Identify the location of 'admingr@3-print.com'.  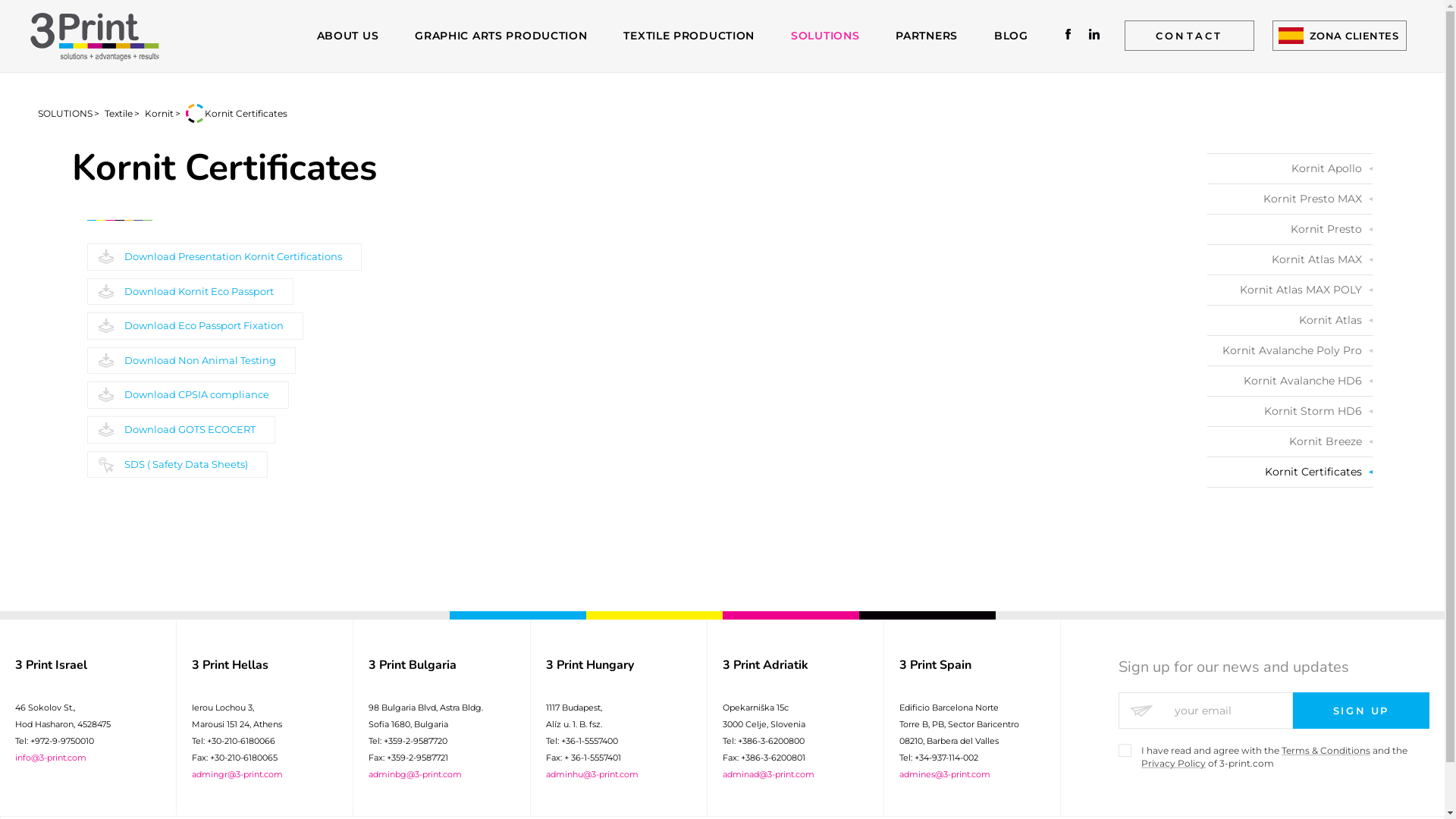
(236, 774).